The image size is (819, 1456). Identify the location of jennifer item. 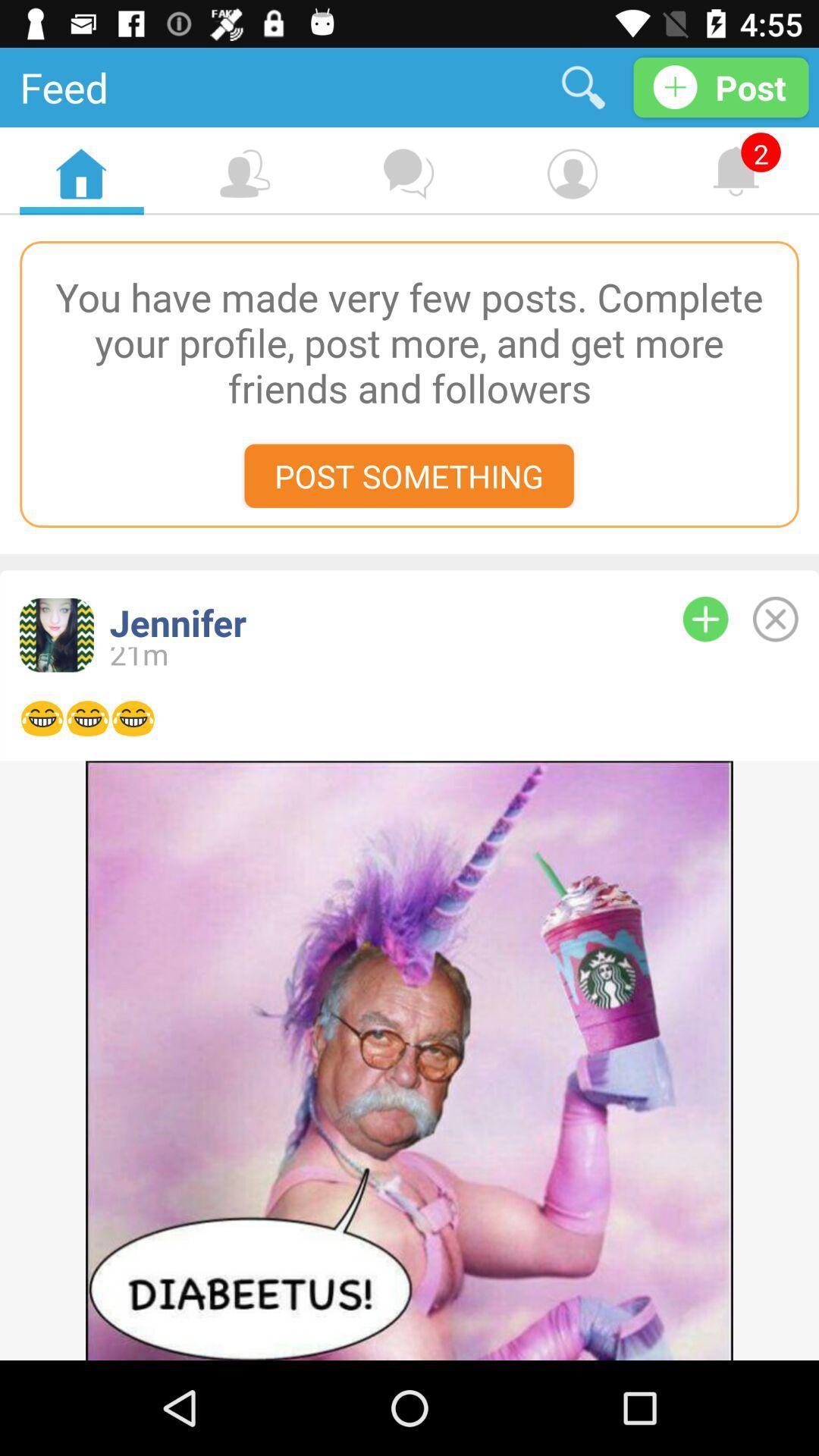
(371, 623).